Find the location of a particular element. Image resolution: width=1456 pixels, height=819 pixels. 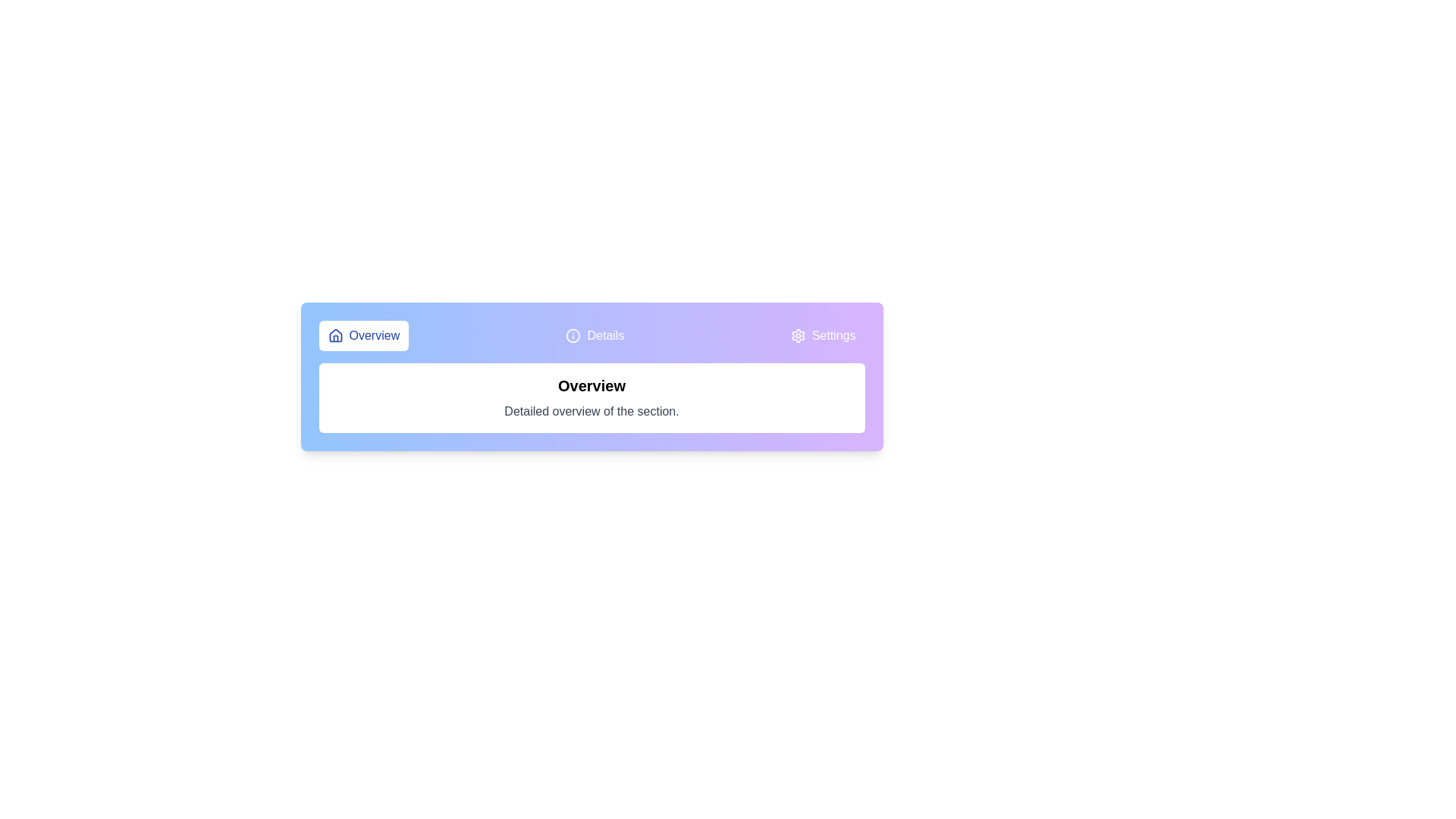

the 'Settings' text label, which is aligned to the right of a gear icon and is located within a purple gradient background in the top-right area of the interface is located at coordinates (833, 335).